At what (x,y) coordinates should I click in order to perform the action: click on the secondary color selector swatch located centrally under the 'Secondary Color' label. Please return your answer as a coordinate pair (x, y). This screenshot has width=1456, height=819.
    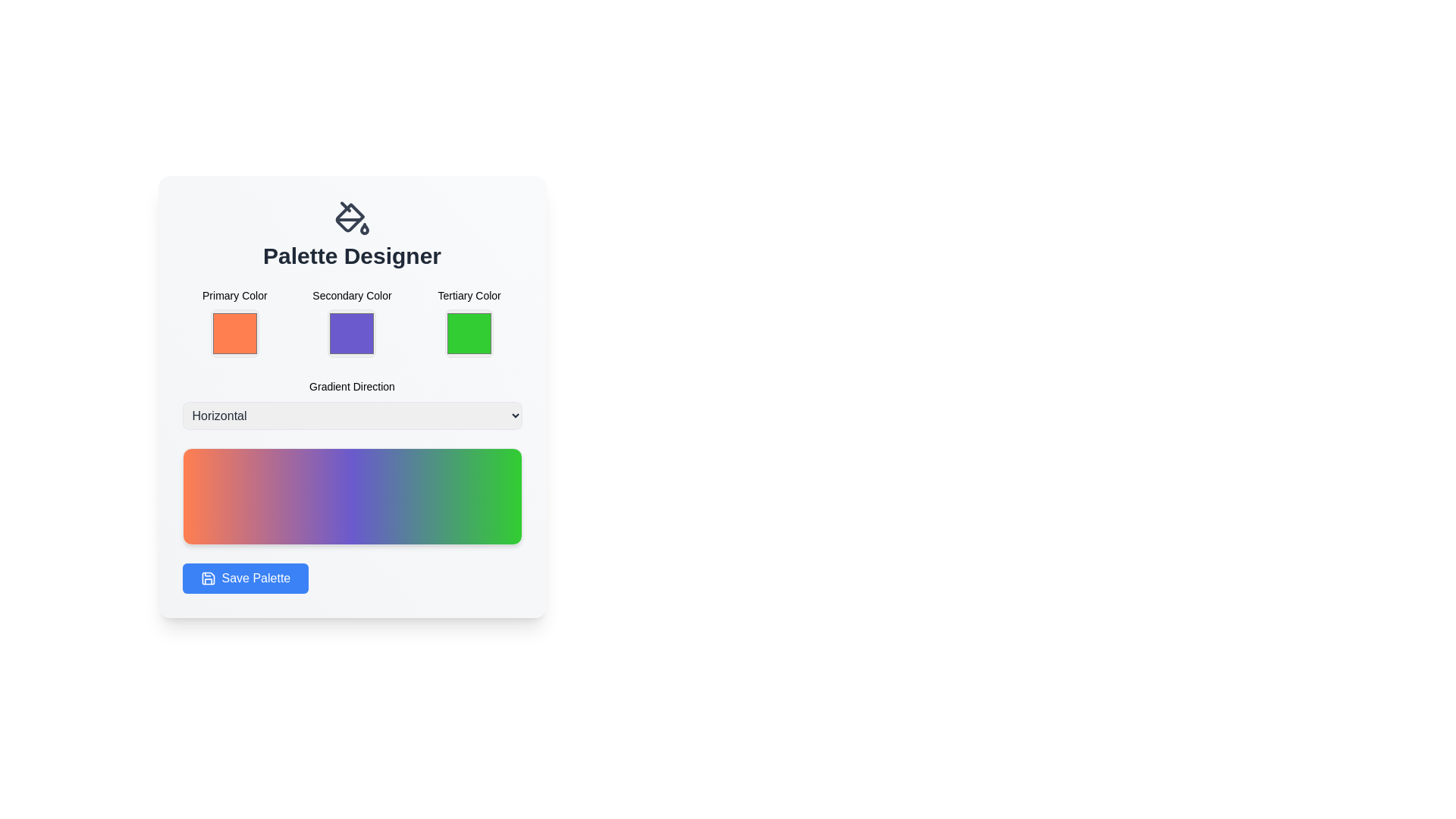
    Looking at the image, I should click on (351, 332).